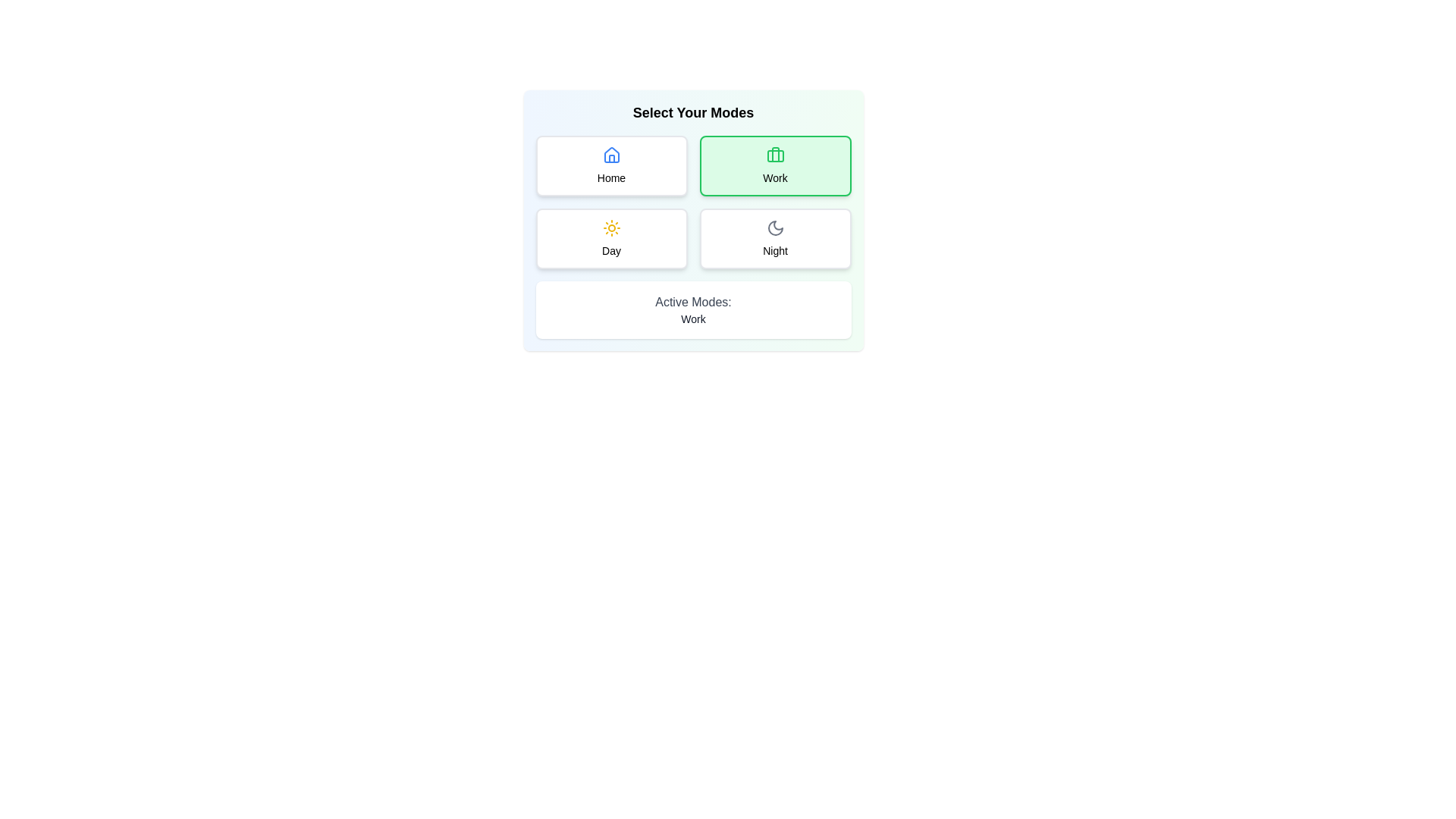 This screenshot has height=819, width=1456. I want to click on the mode Work by clicking its corresponding button, so click(775, 166).